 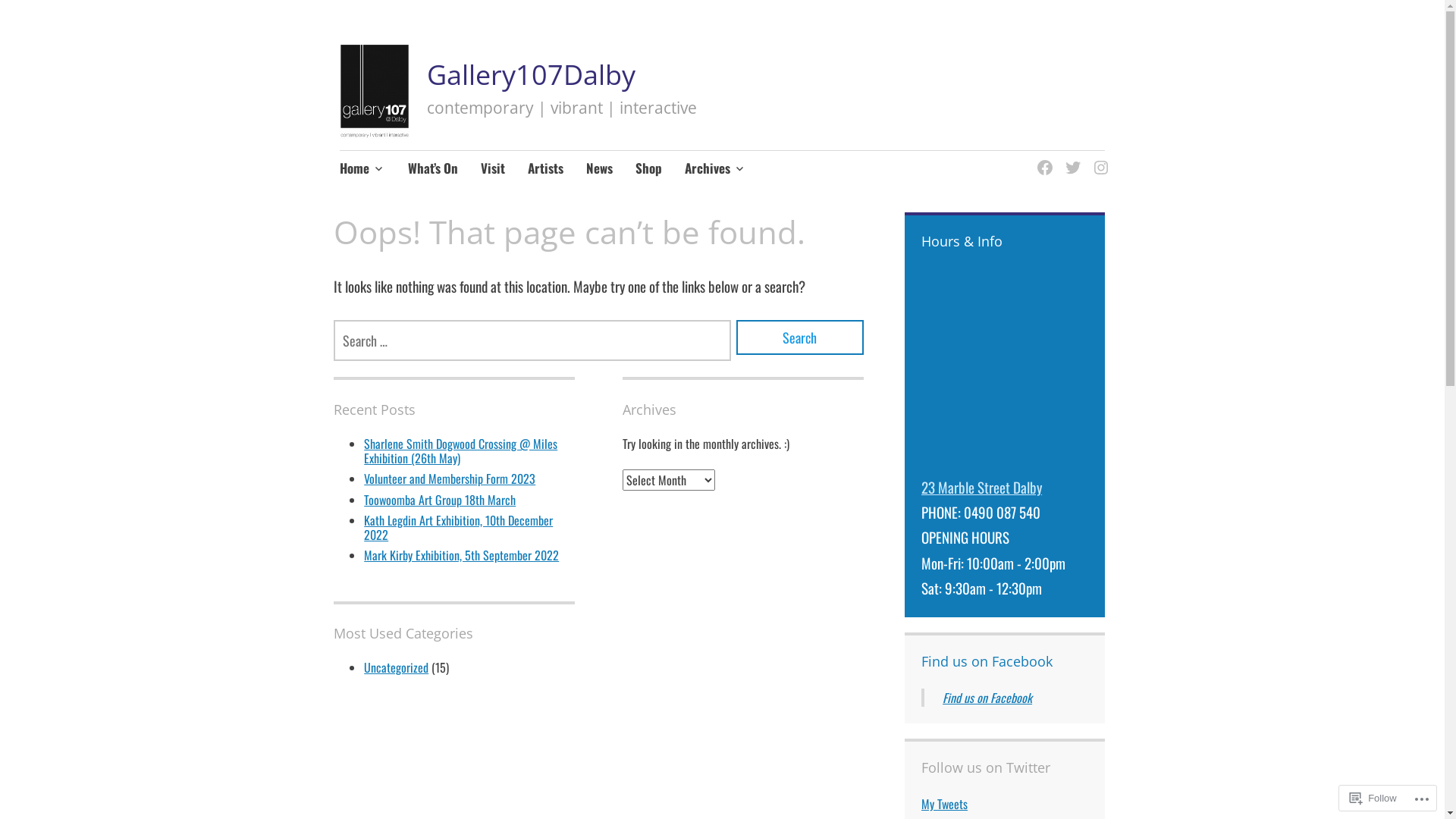 I want to click on 'News', so click(x=598, y=169).